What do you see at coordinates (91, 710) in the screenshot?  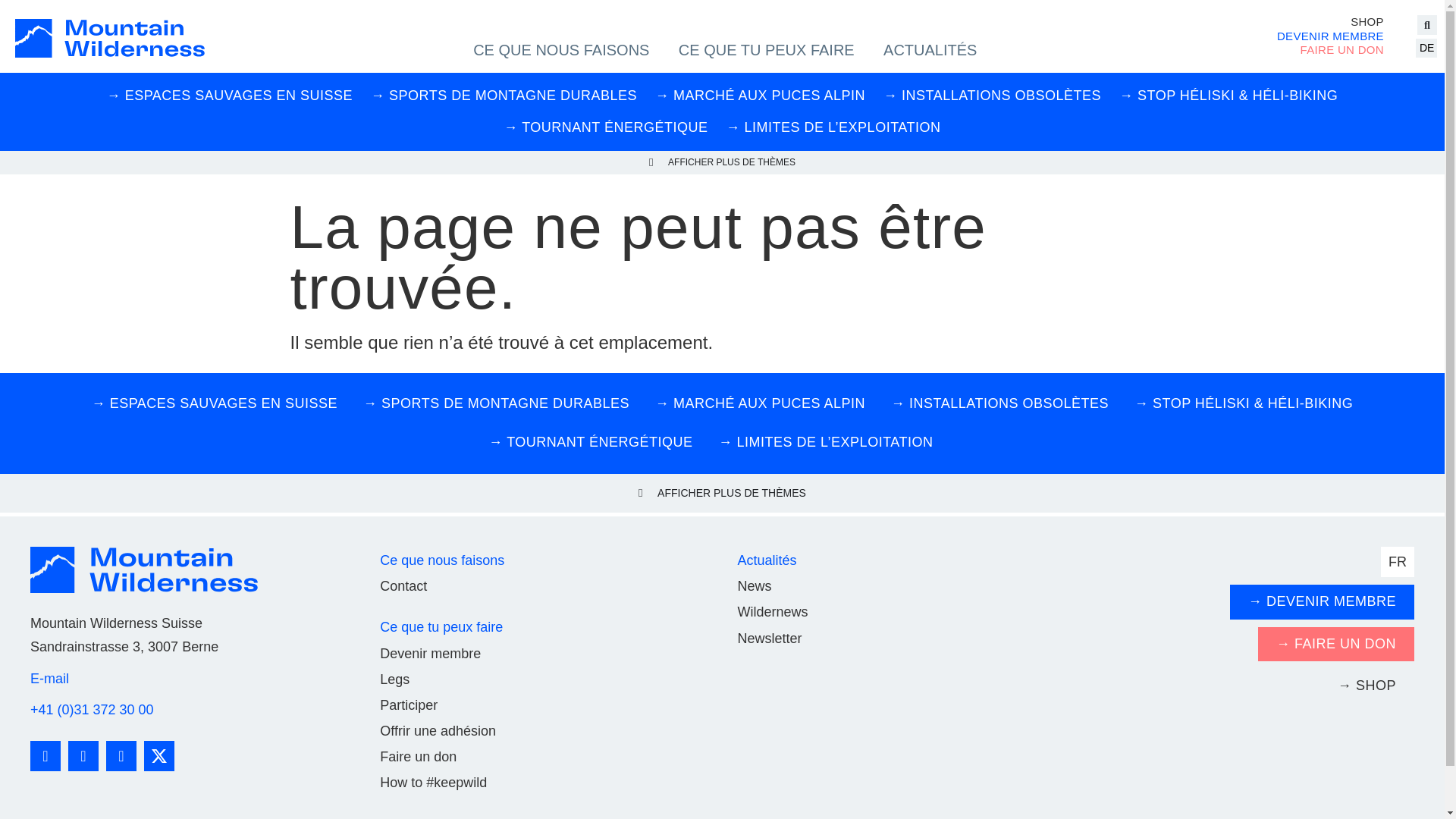 I see `'+41 (0)31 372 30 00'` at bounding box center [91, 710].